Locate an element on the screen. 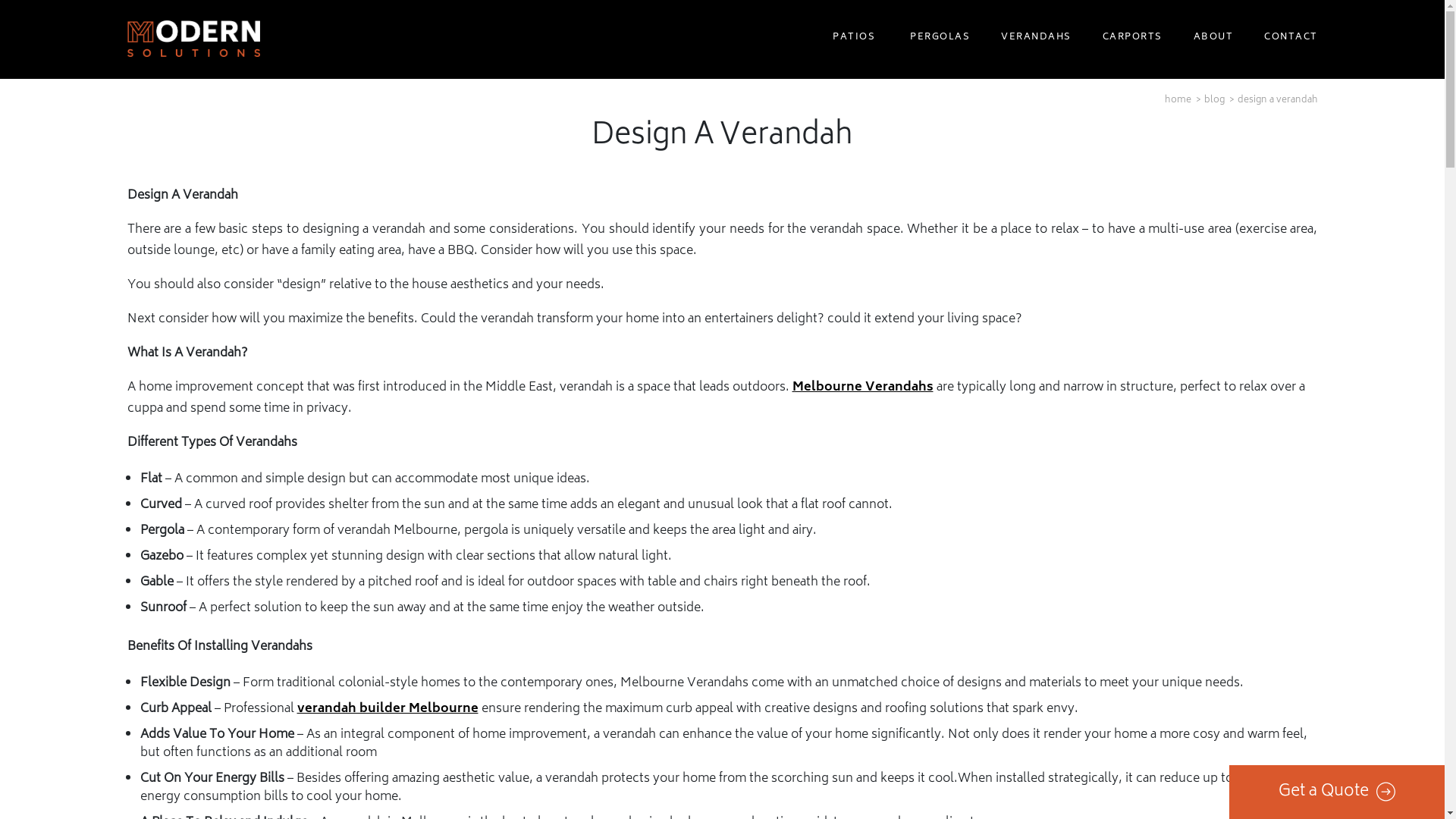 This screenshot has width=1456, height=819. 'CARPORTS' is located at coordinates (1129, 37).